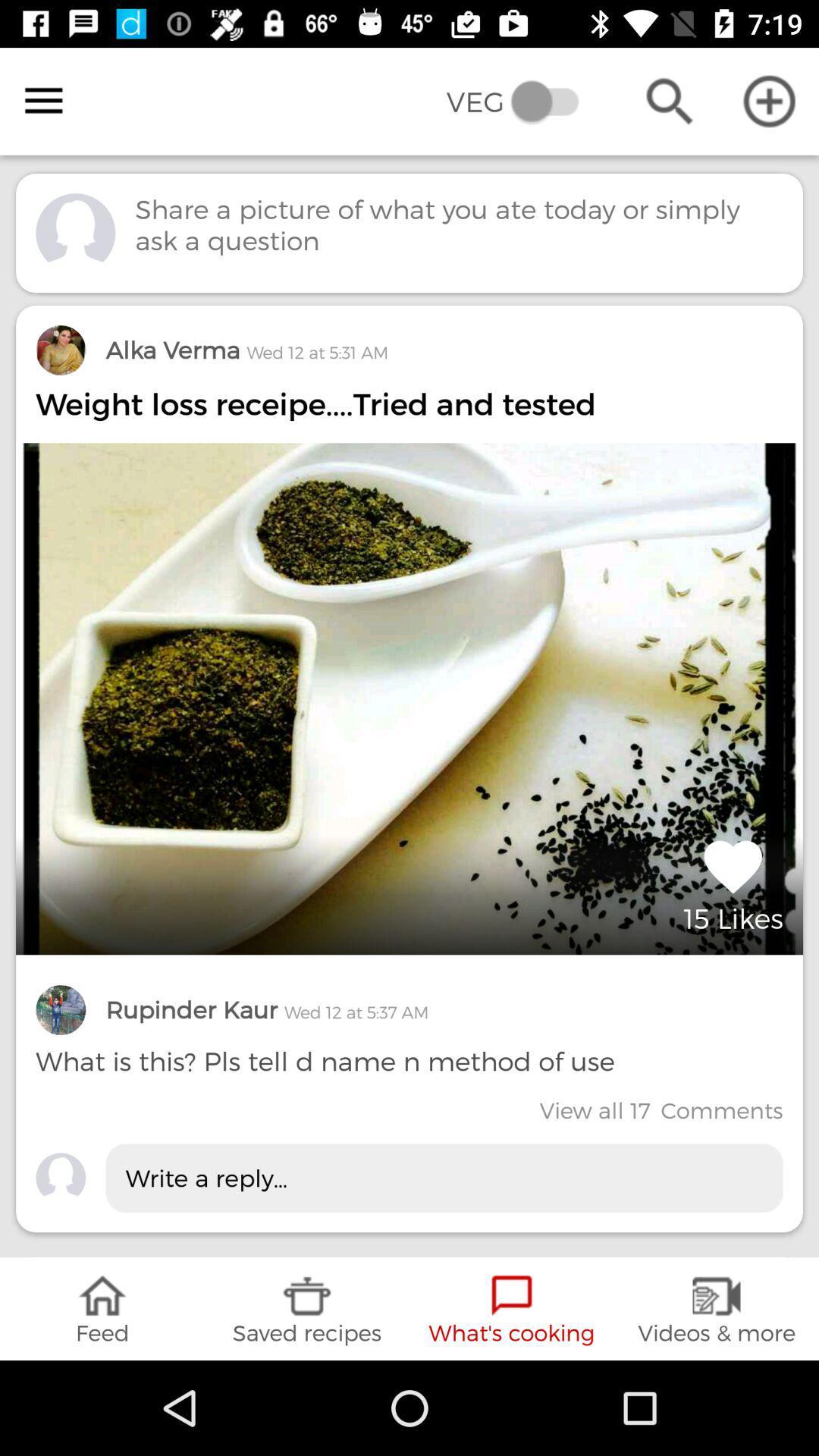 This screenshot has width=819, height=1456. I want to click on what's cooking, so click(512, 1308).